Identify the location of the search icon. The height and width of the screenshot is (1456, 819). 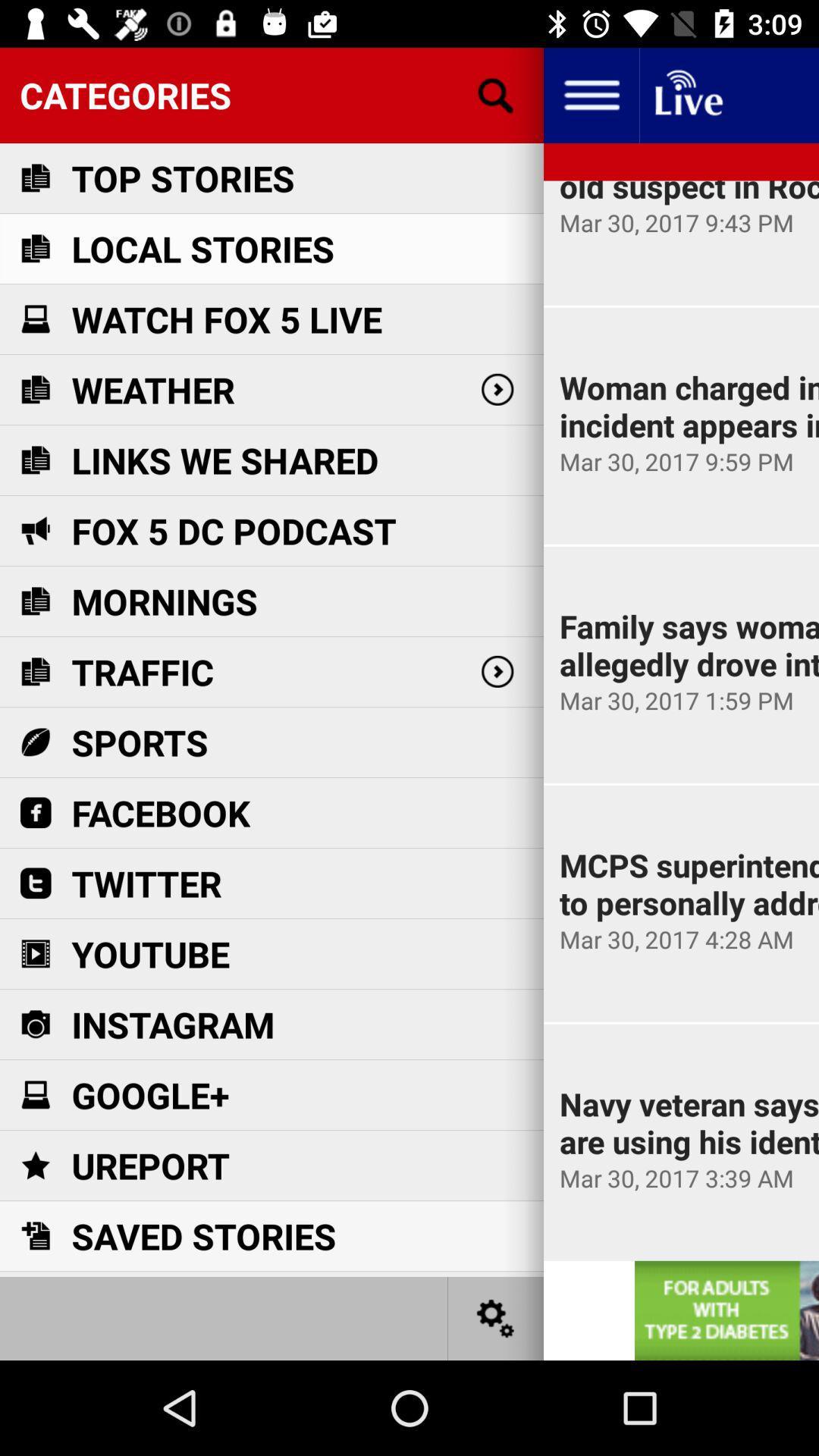
(496, 94).